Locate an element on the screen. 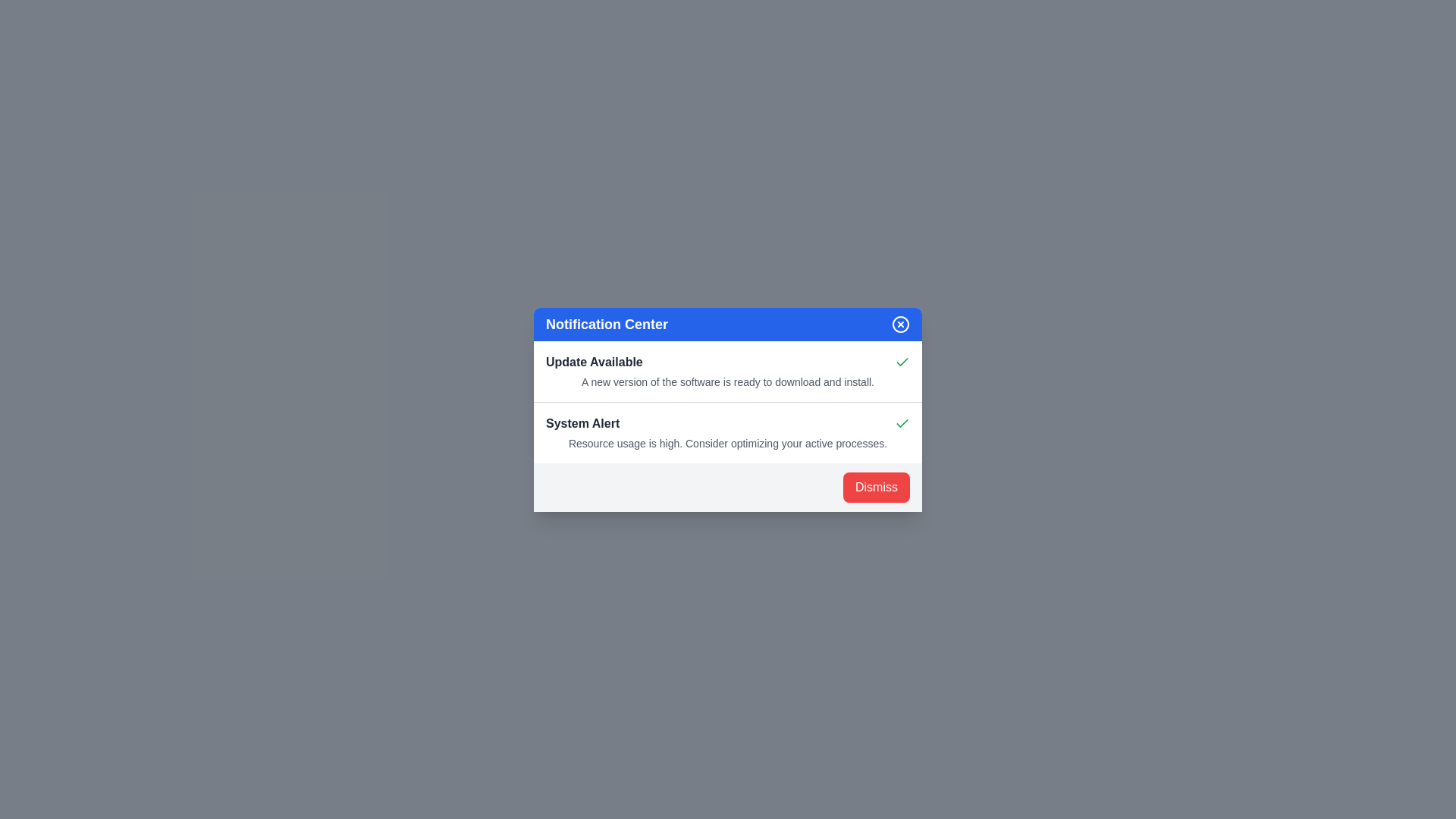  the 'Dismiss' button to close the notification dialog is located at coordinates (877, 487).